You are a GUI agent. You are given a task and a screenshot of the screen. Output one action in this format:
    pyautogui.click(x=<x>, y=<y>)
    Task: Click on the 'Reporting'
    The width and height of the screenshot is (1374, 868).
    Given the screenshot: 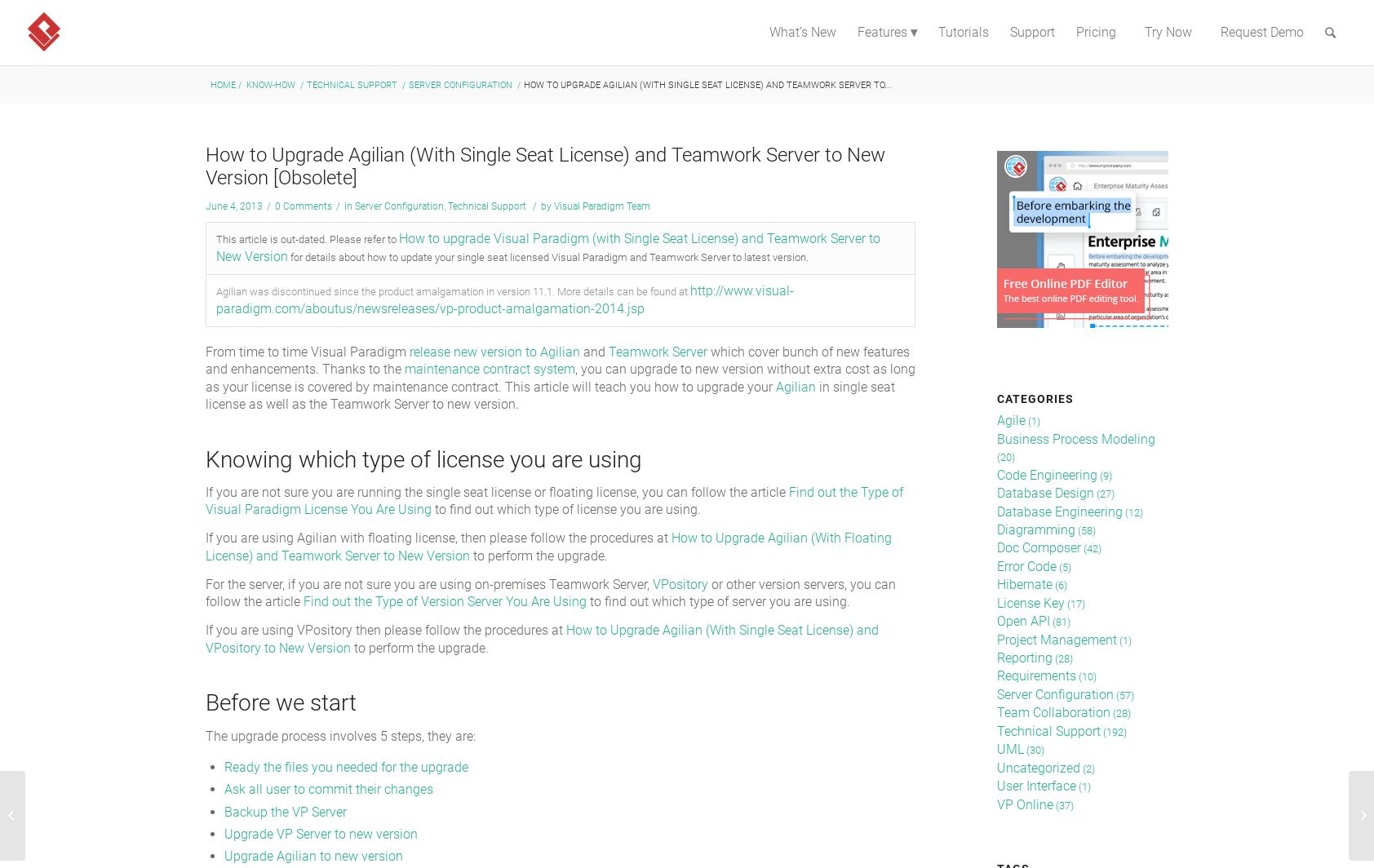 What is the action you would take?
    pyautogui.click(x=1024, y=658)
    